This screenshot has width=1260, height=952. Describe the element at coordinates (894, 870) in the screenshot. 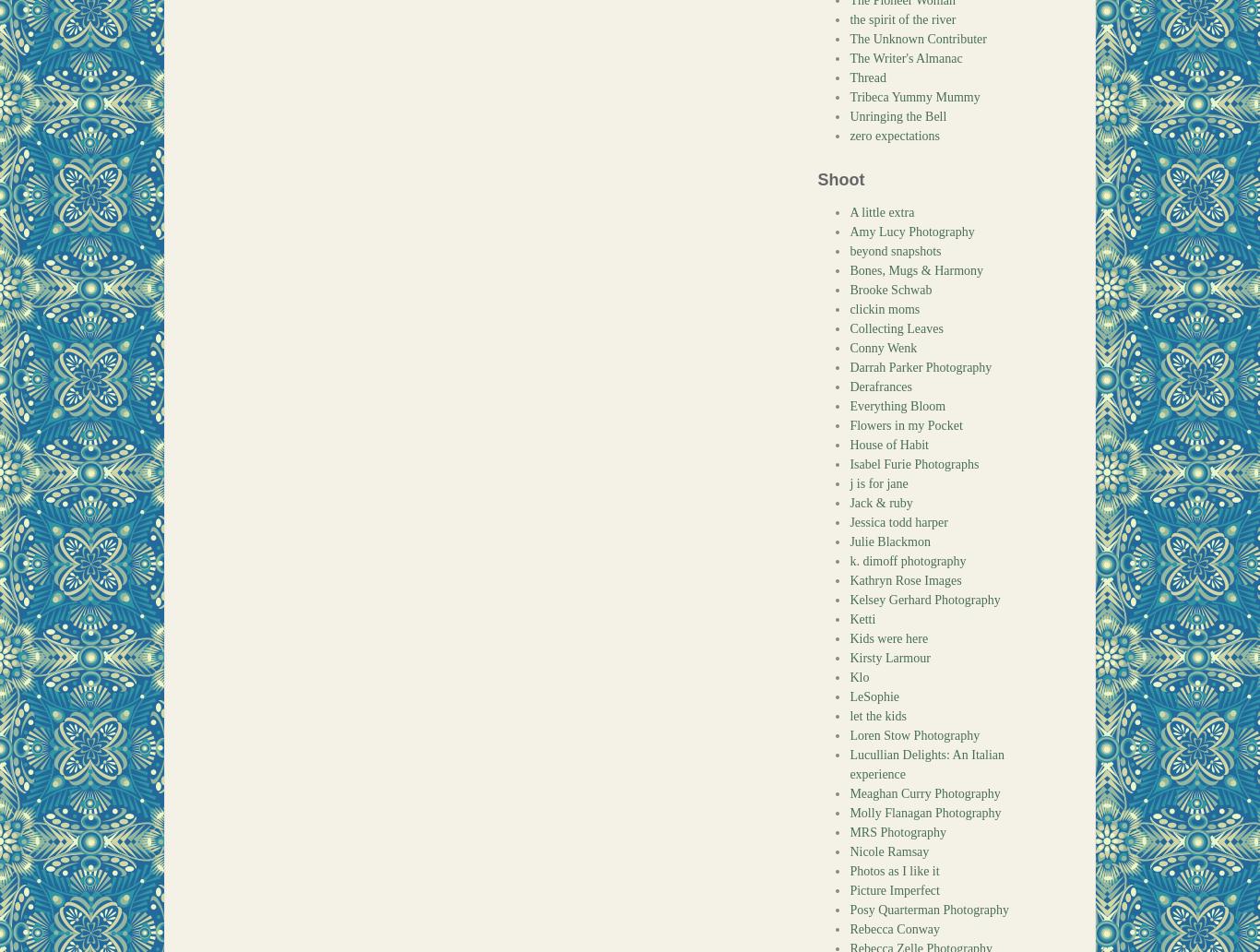

I see `'Photos as I like it'` at that location.